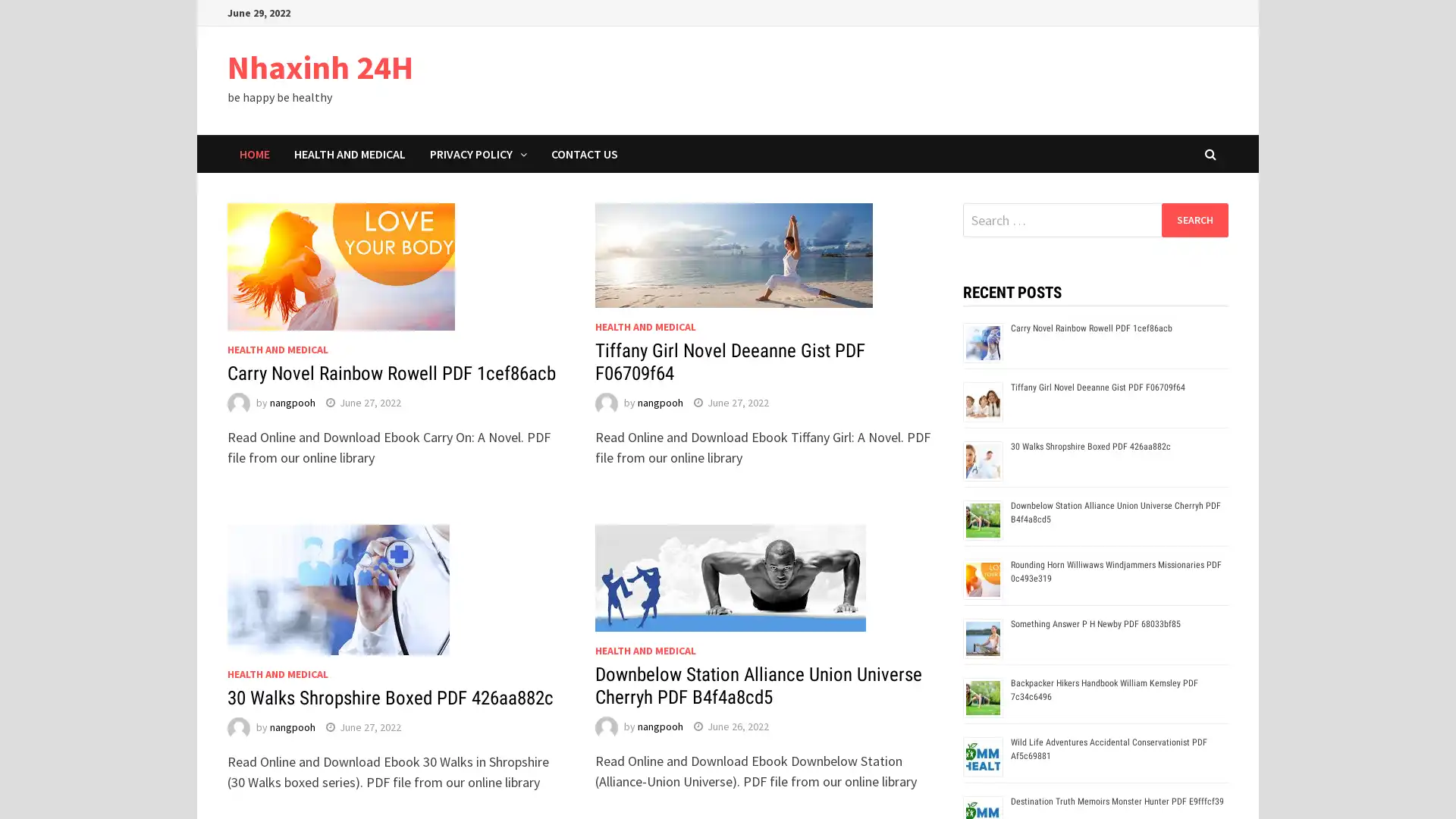 This screenshot has height=819, width=1456. Describe the element at coordinates (1194, 219) in the screenshot. I see `Search` at that location.